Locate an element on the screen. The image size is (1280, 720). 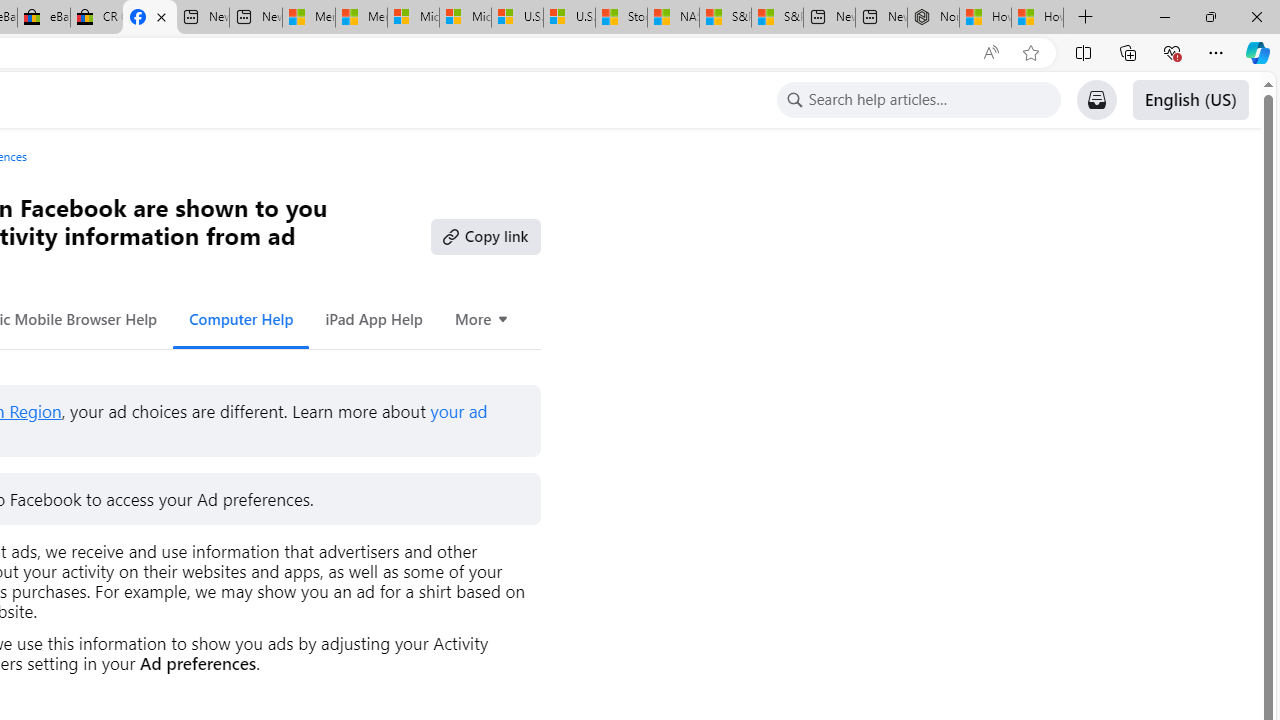
'S&P 500, Nasdaq end lower, weighed by Nvidia dip | Watch' is located at coordinates (775, 17).